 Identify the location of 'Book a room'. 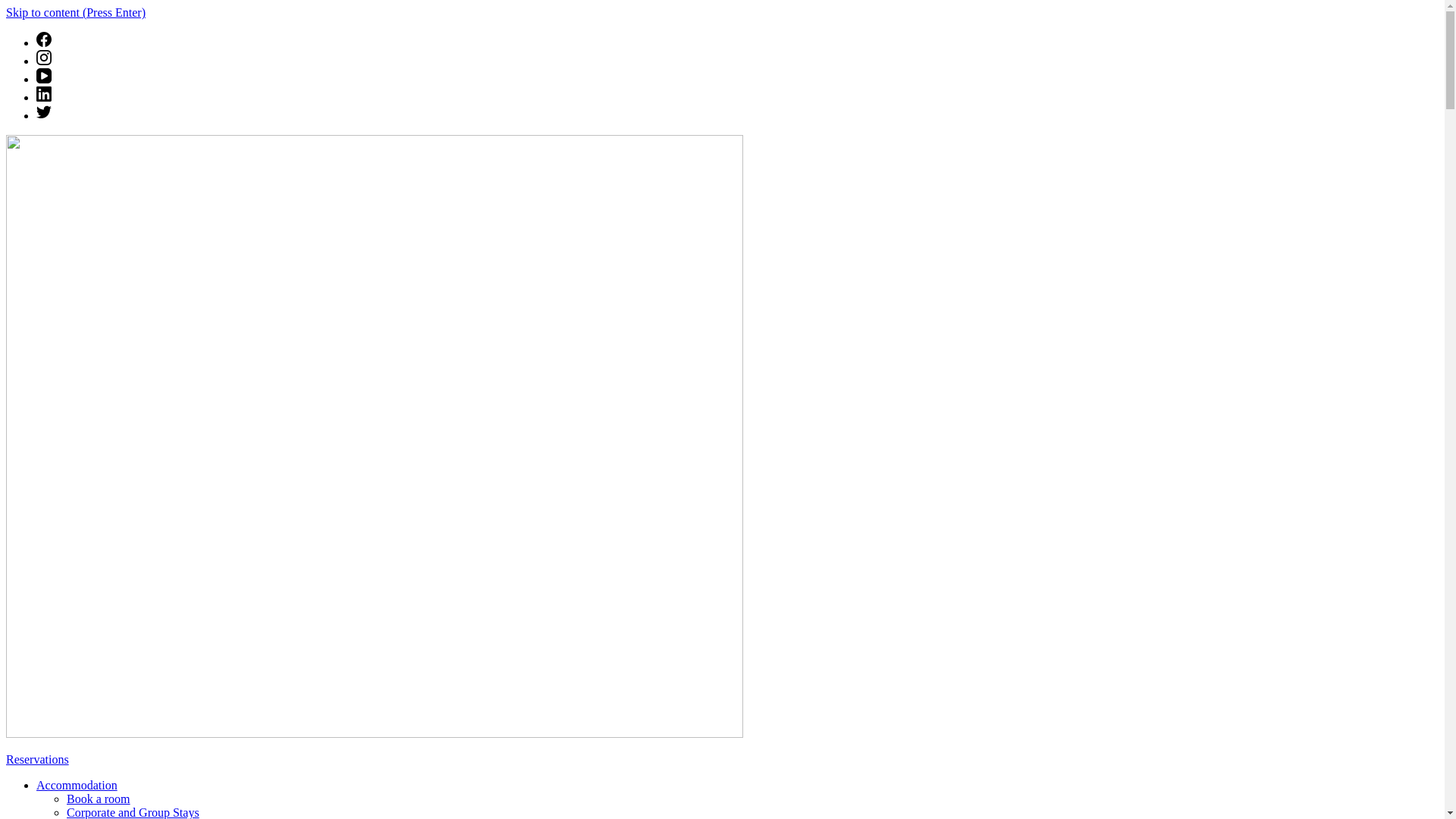
(97, 798).